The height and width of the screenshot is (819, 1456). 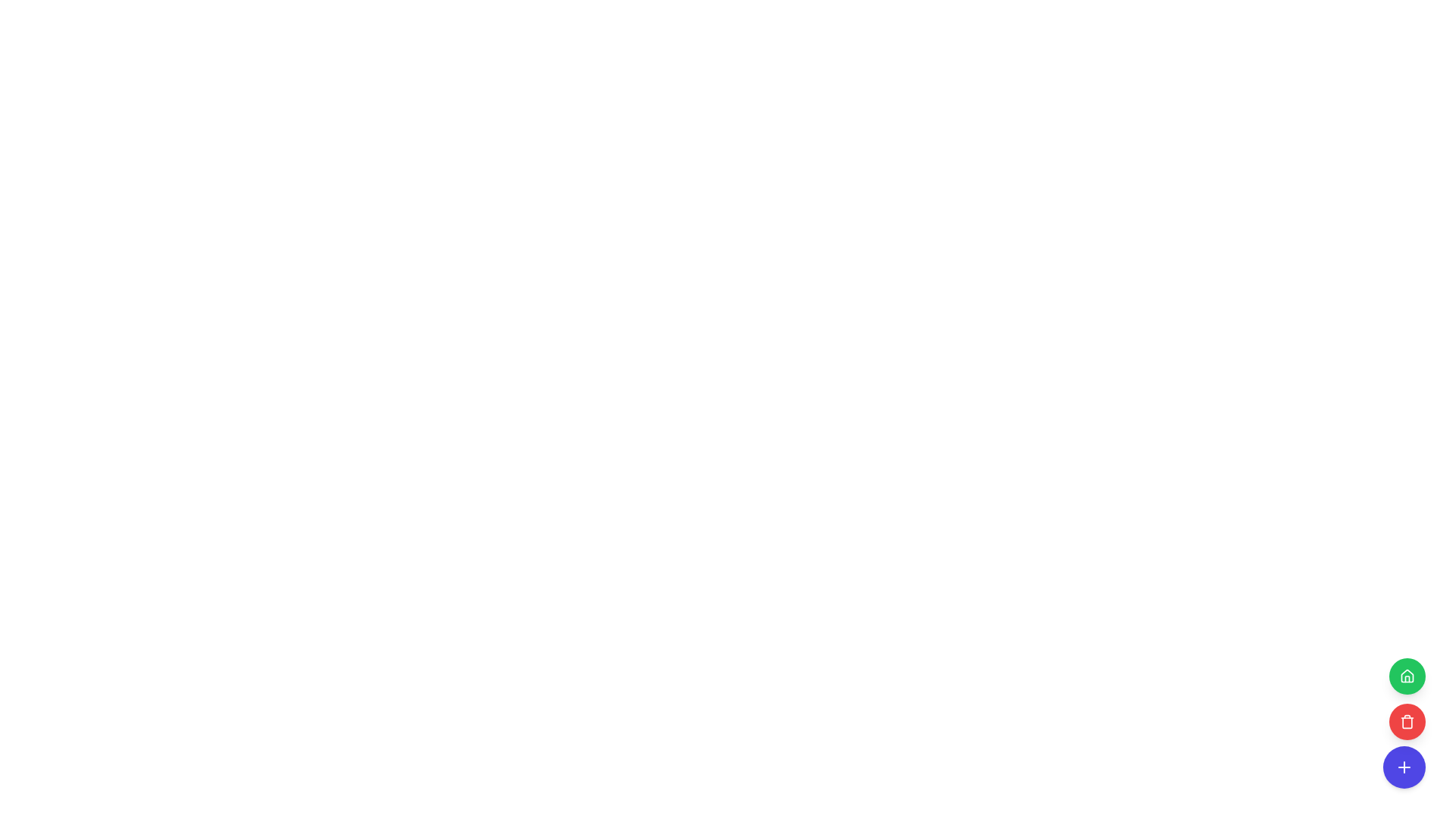 I want to click on the trash bin icon located in the second circular button from the top in a vertically aligned set of three buttons on the right side of the interface, so click(x=1407, y=721).